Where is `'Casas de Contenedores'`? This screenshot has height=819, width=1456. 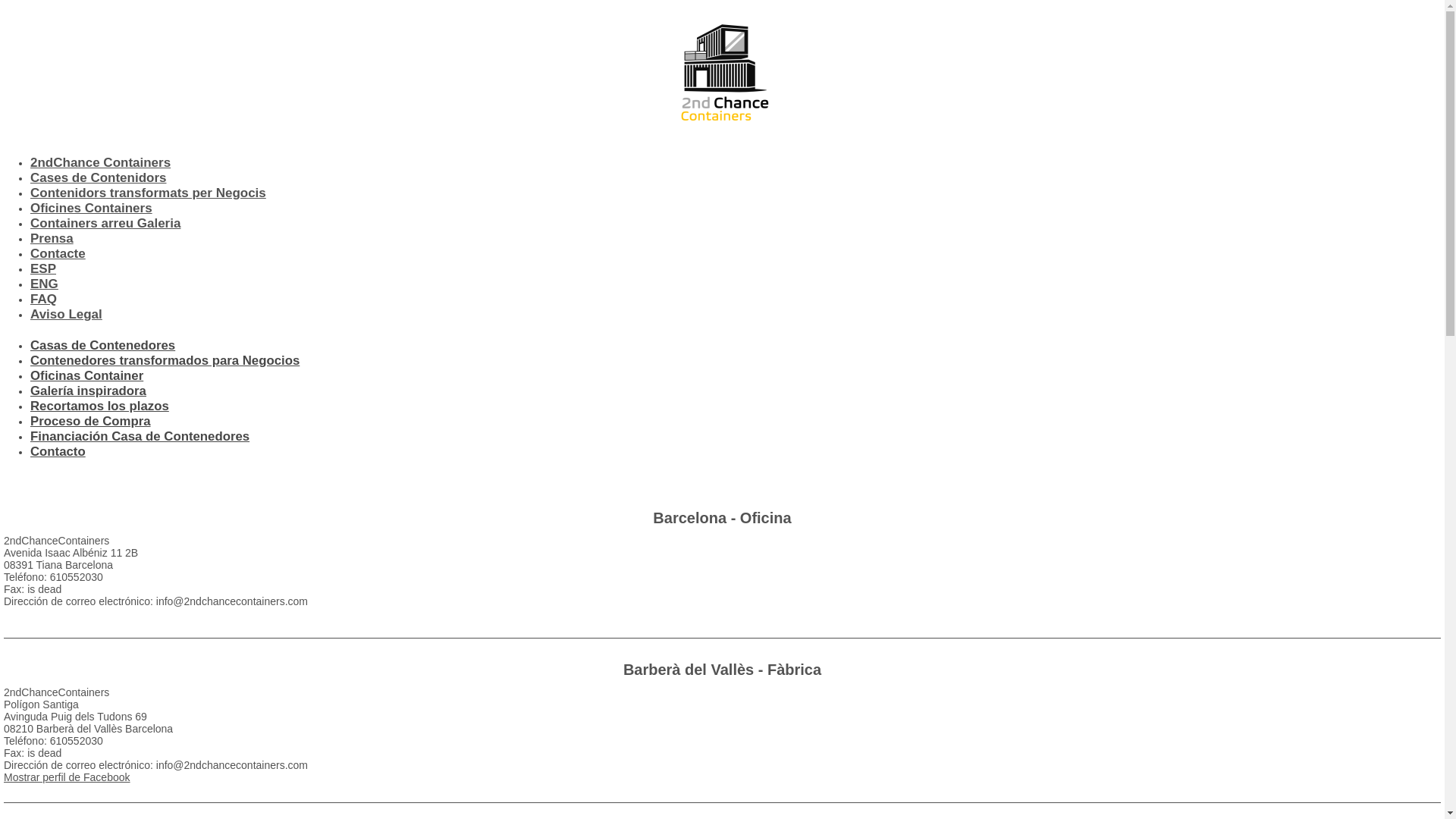 'Casas de Contenedores' is located at coordinates (102, 345).